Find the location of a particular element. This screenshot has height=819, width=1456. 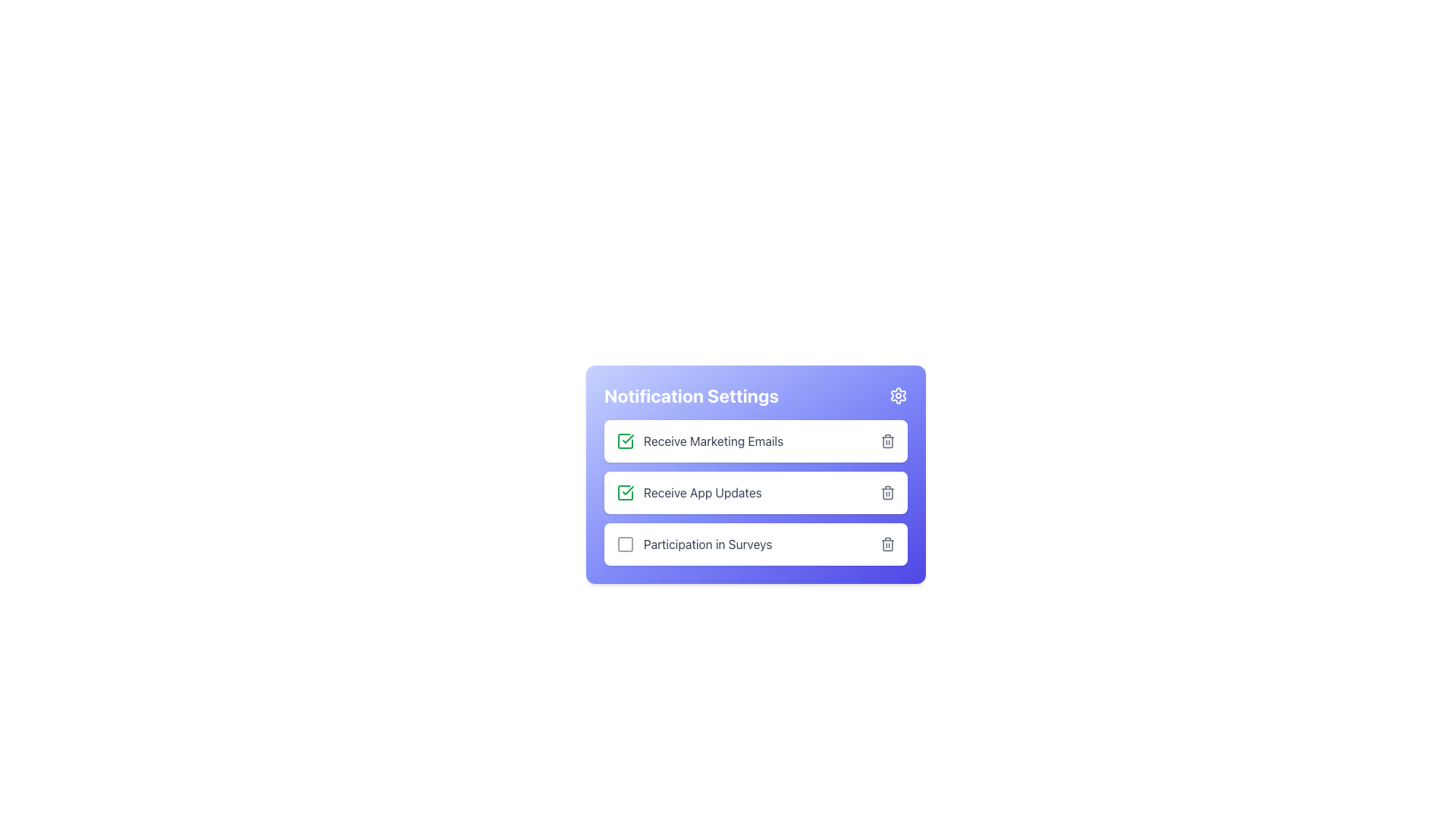

the trash can icon button is located at coordinates (888, 543).